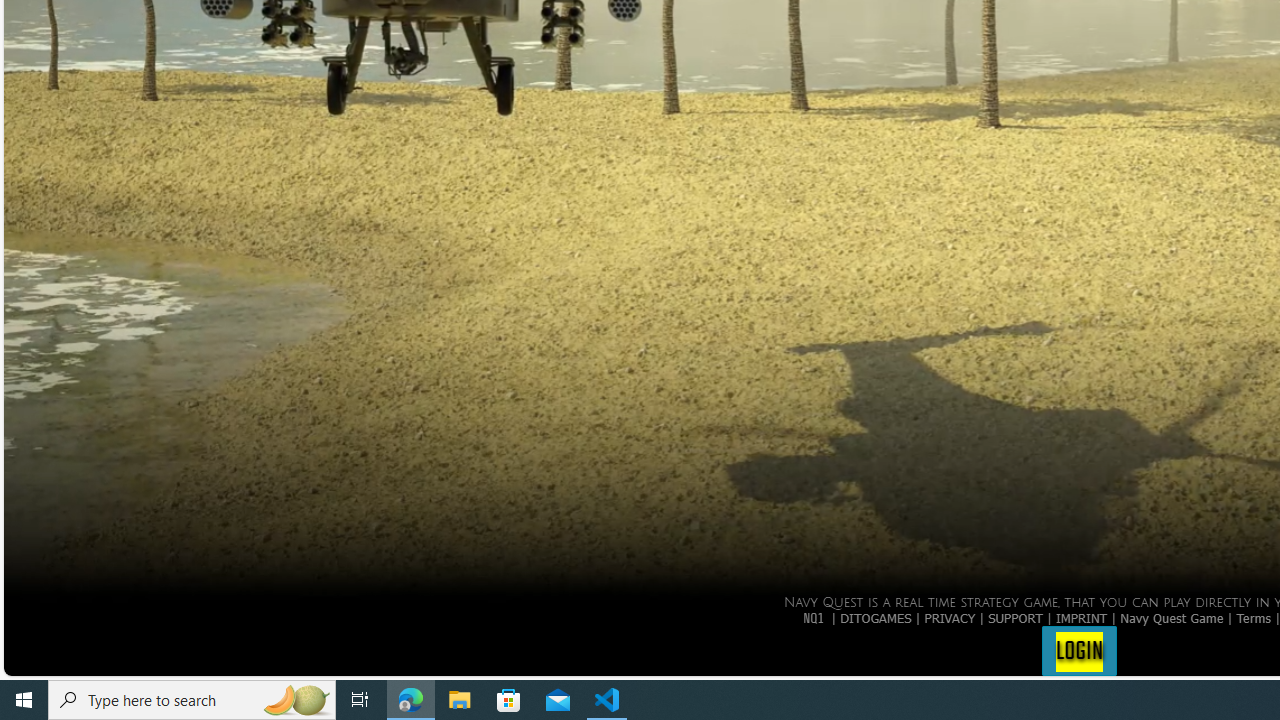 This screenshot has height=720, width=1280. Describe the element at coordinates (192, 698) in the screenshot. I see `'Type here to search'` at that location.